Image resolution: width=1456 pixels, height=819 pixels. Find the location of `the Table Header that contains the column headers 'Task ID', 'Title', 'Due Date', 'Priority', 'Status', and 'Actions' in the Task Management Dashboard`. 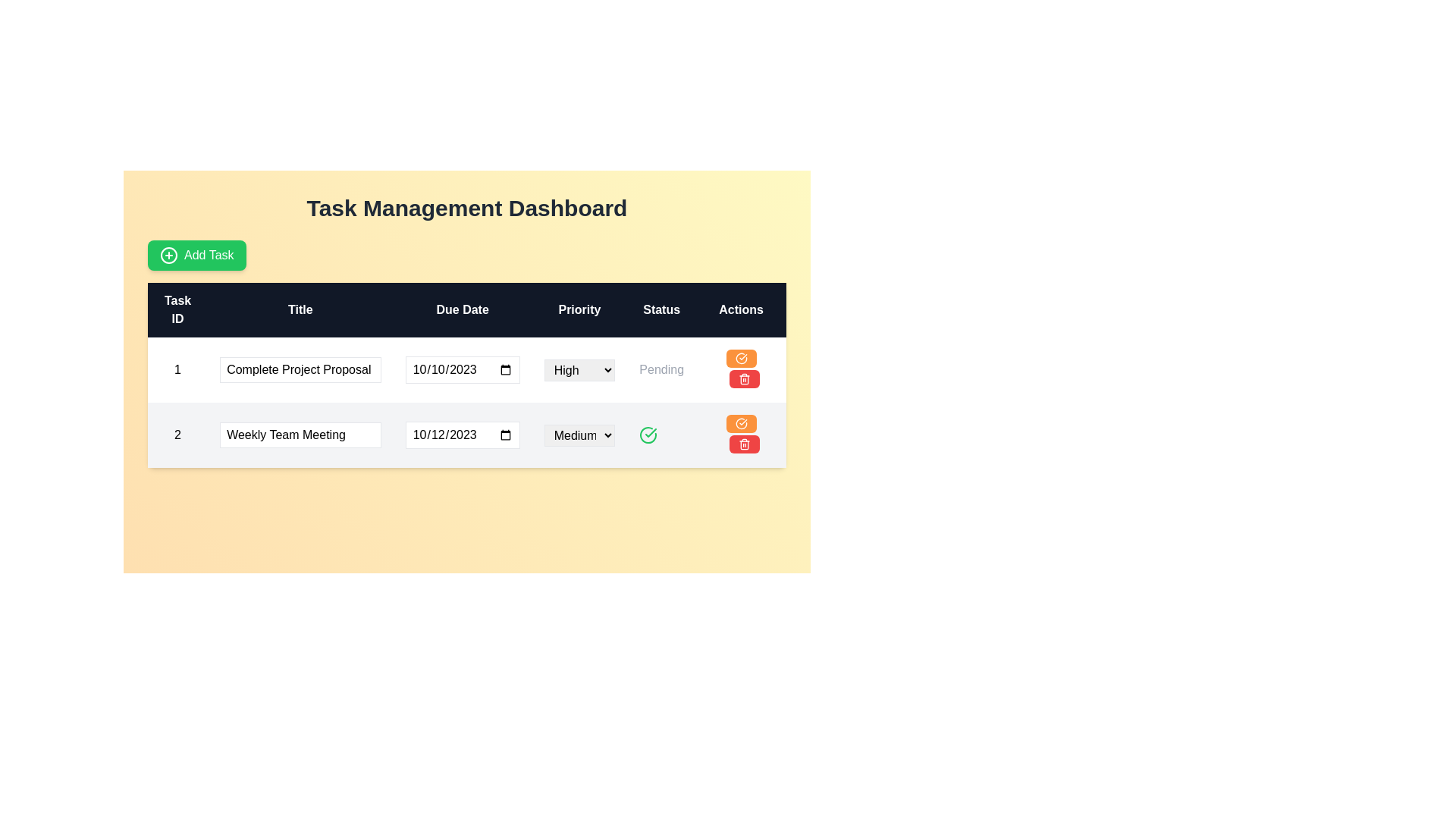

the Table Header that contains the column headers 'Task ID', 'Title', 'Due Date', 'Priority', 'Status', and 'Actions' in the Task Management Dashboard is located at coordinates (466, 309).